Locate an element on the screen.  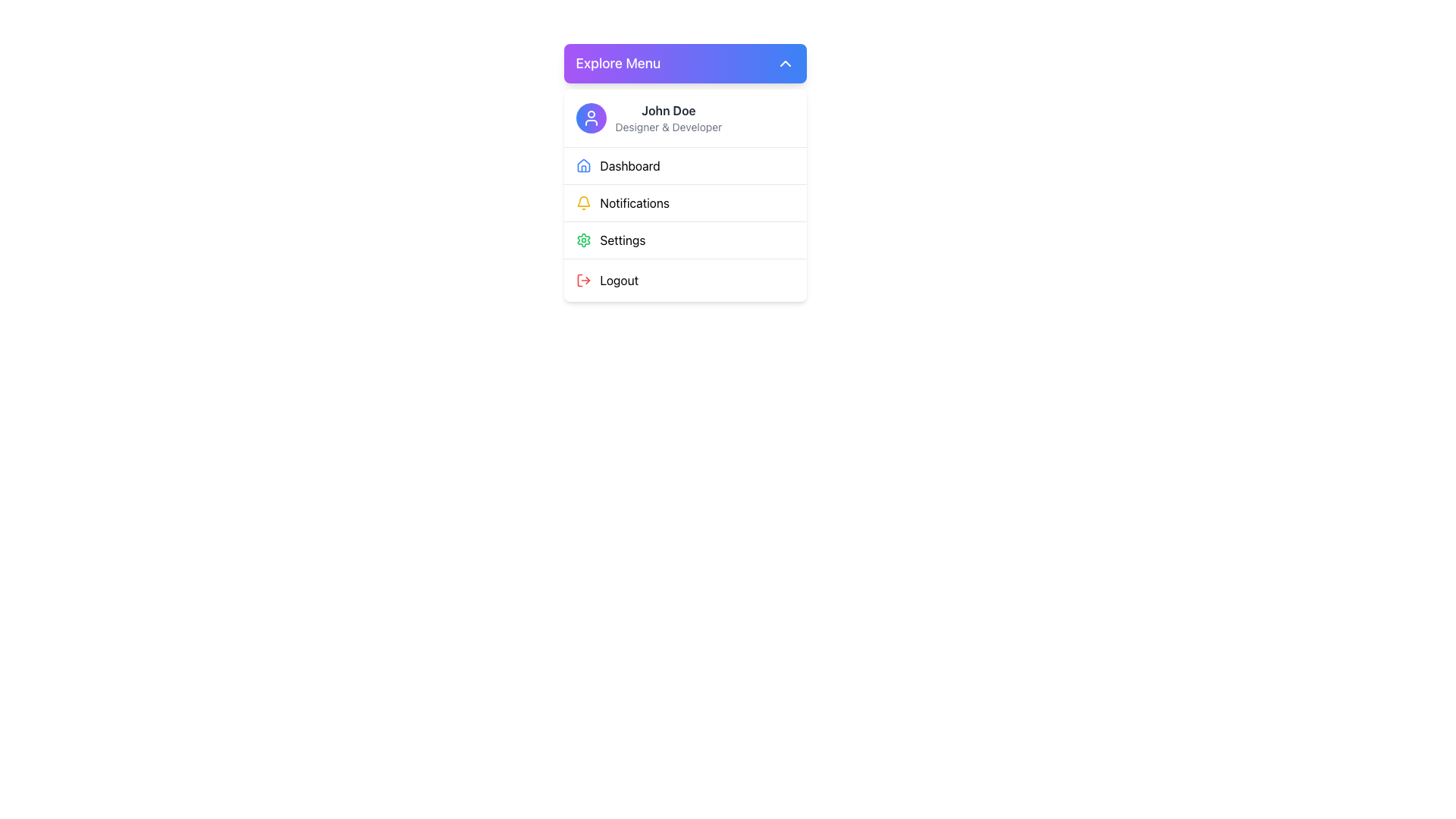
the logout icon located to the left of the 'Logout' text is located at coordinates (582, 281).